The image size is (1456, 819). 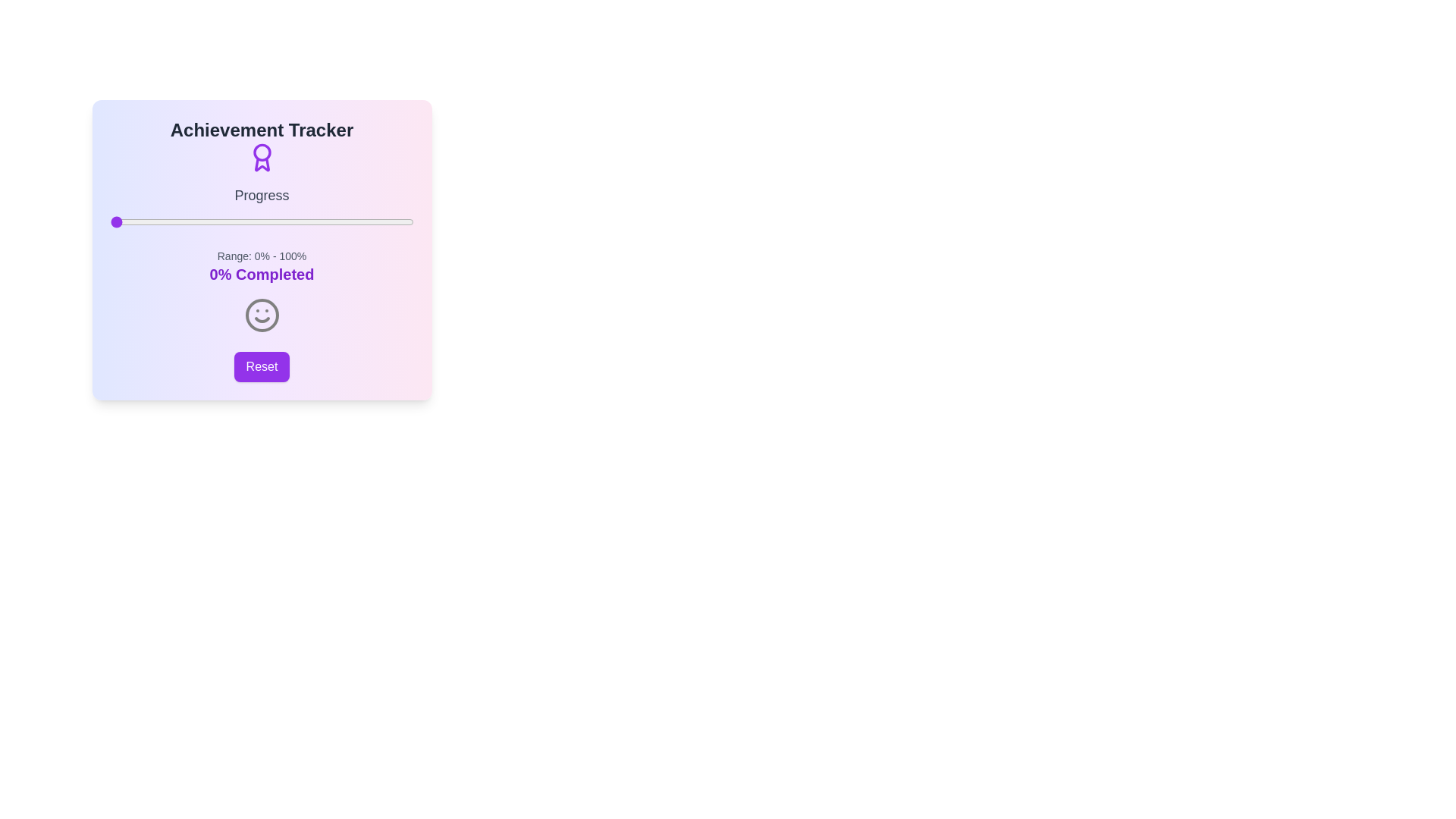 What do you see at coordinates (334, 222) in the screenshot?
I see `the progress slider to 74%` at bounding box center [334, 222].